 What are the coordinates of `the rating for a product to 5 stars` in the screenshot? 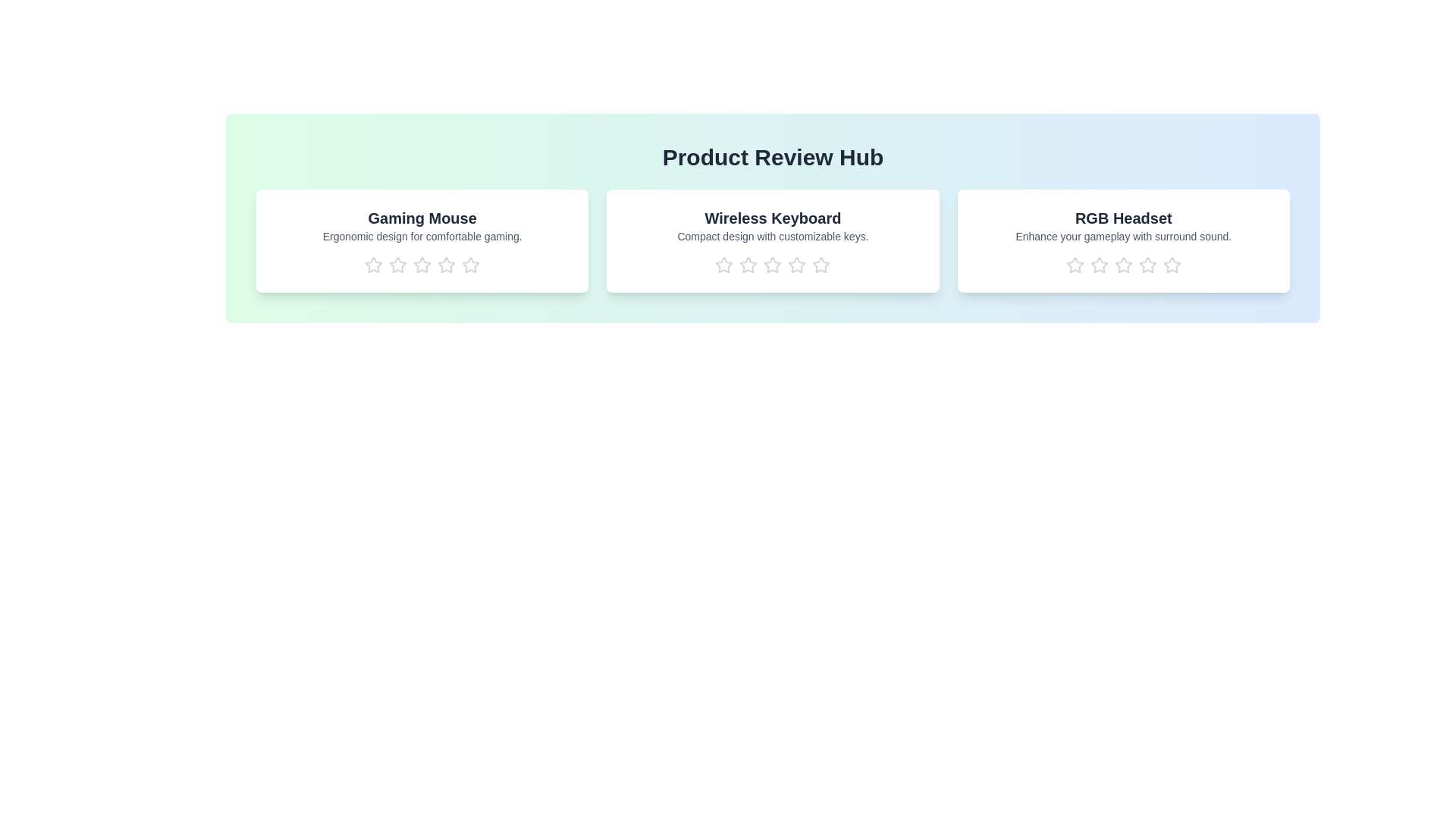 It's located at (469, 265).